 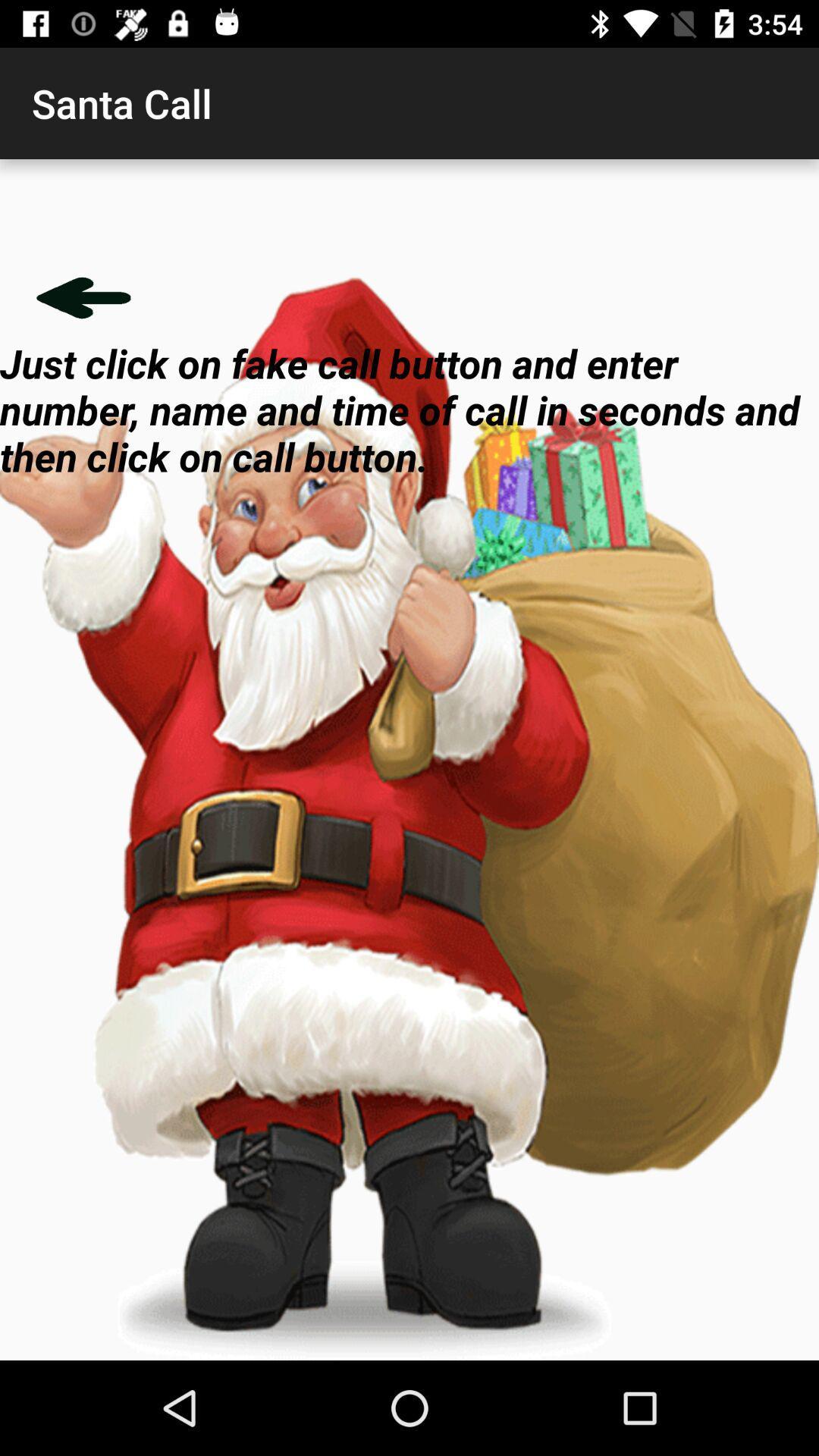 What do you see at coordinates (83, 297) in the screenshot?
I see `icon above just click on item` at bounding box center [83, 297].